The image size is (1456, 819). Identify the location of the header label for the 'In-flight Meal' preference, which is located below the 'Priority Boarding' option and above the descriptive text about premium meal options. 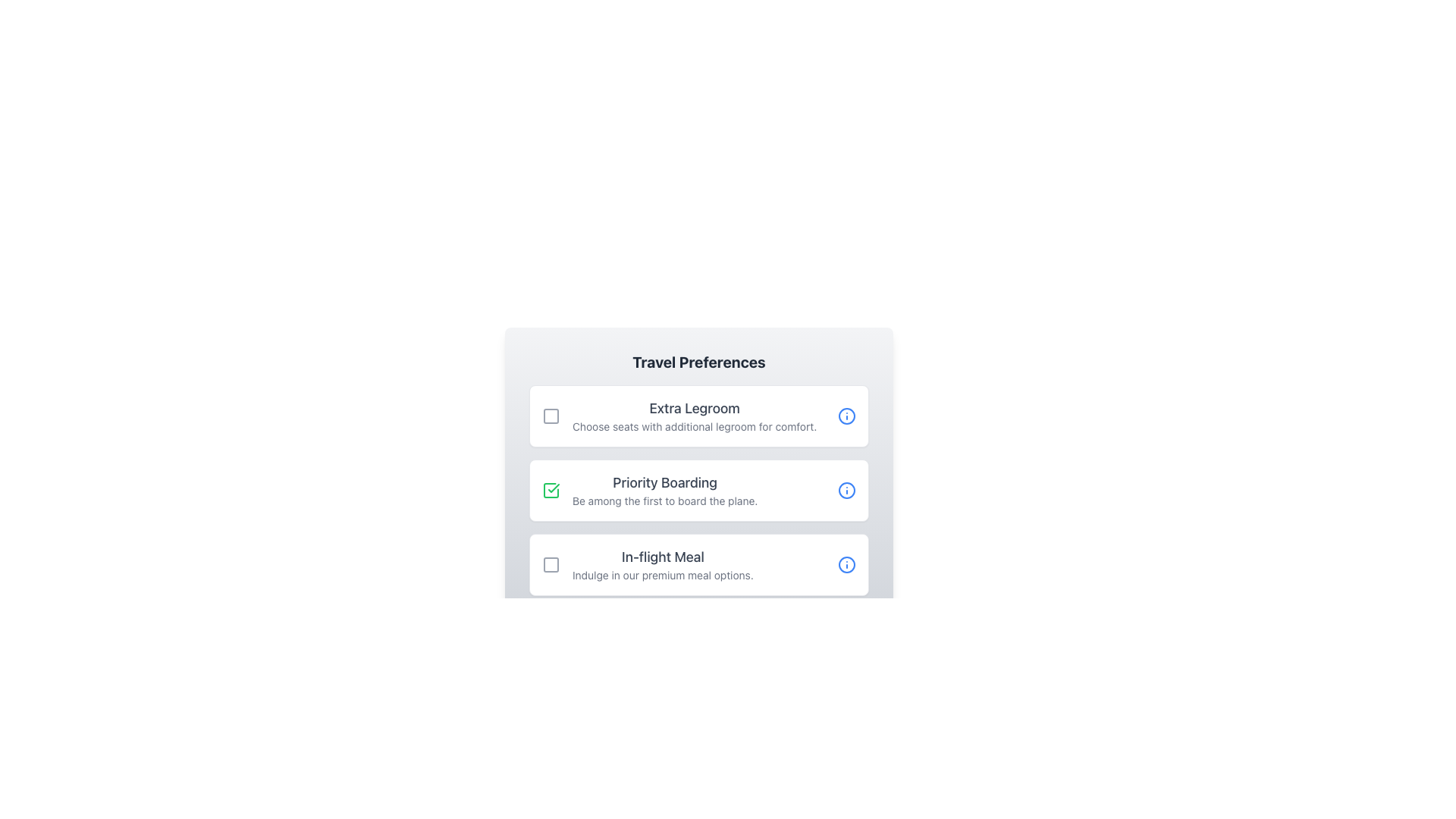
(663, 557).